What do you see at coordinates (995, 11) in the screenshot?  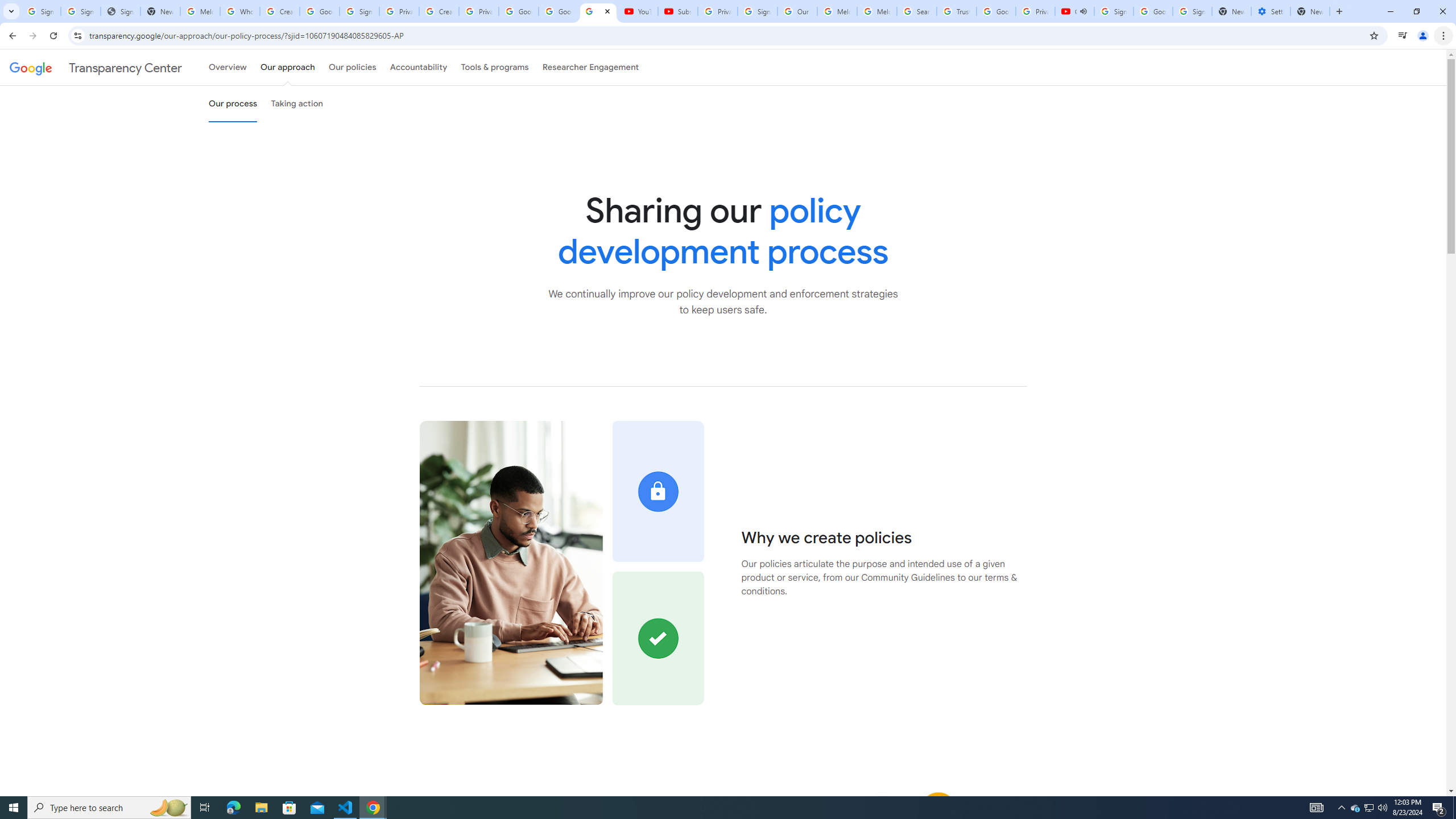 I see `'Google Ads - Sign in'` at bounding box center [995, 11].